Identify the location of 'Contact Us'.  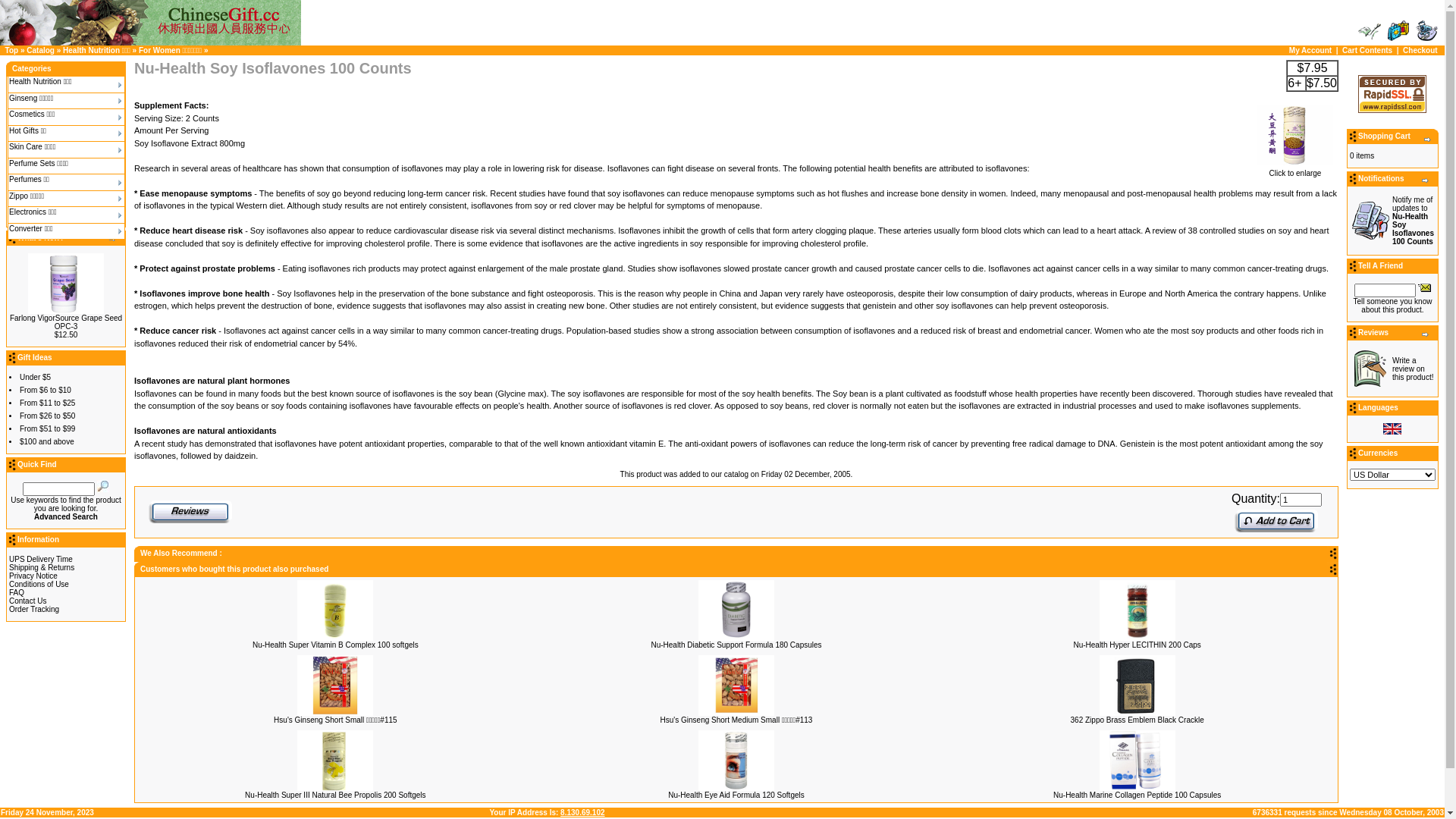
(27, 600).